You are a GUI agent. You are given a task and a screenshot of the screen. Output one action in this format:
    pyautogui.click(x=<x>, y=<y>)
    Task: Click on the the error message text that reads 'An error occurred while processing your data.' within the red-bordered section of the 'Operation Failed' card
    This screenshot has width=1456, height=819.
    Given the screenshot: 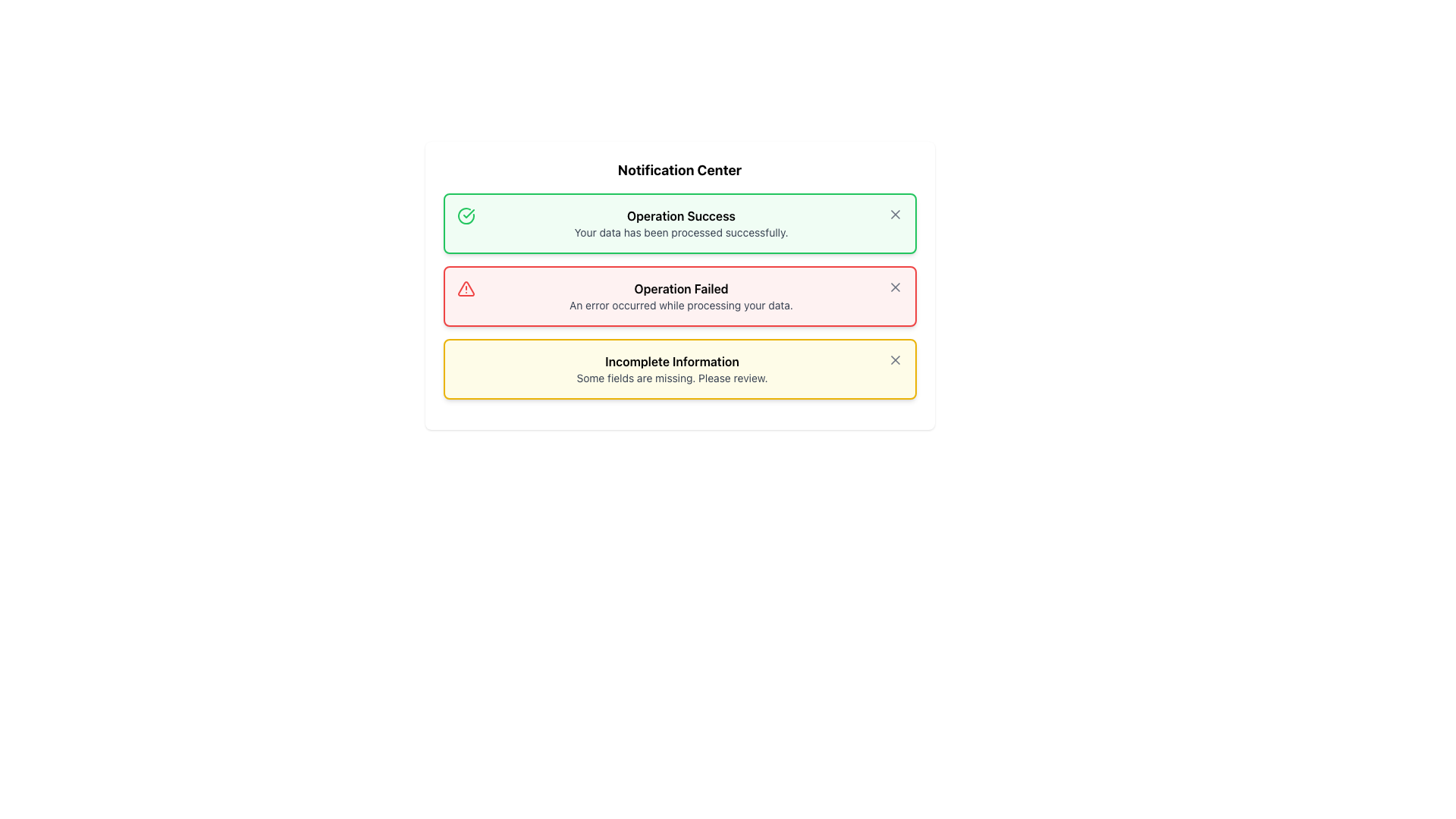 What is the action you would take?
    pyautogui.click(x=680, y=305)
    